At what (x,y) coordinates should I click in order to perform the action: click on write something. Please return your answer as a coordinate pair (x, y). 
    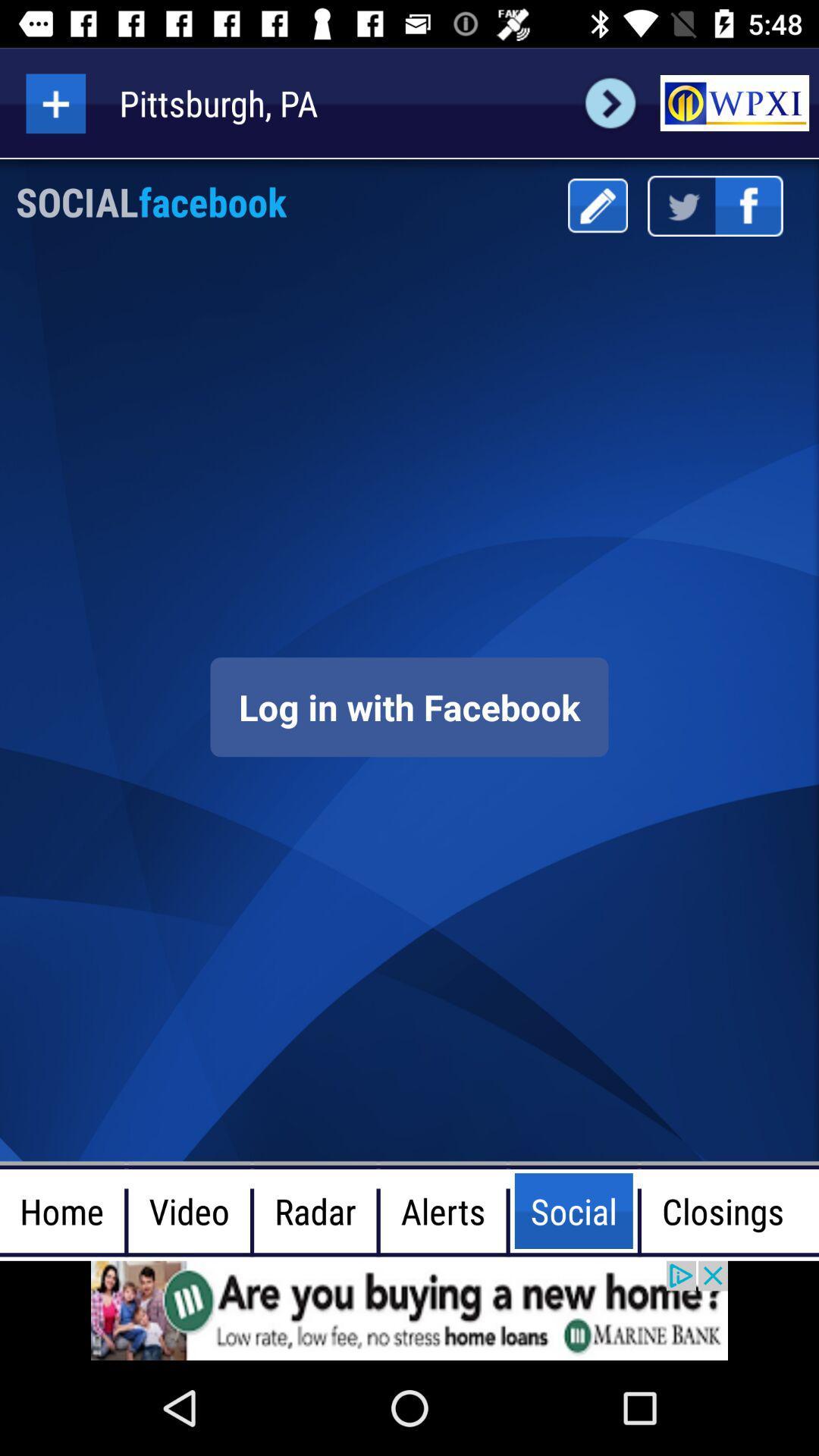
    Looking at the image, I should click on (597, 205).